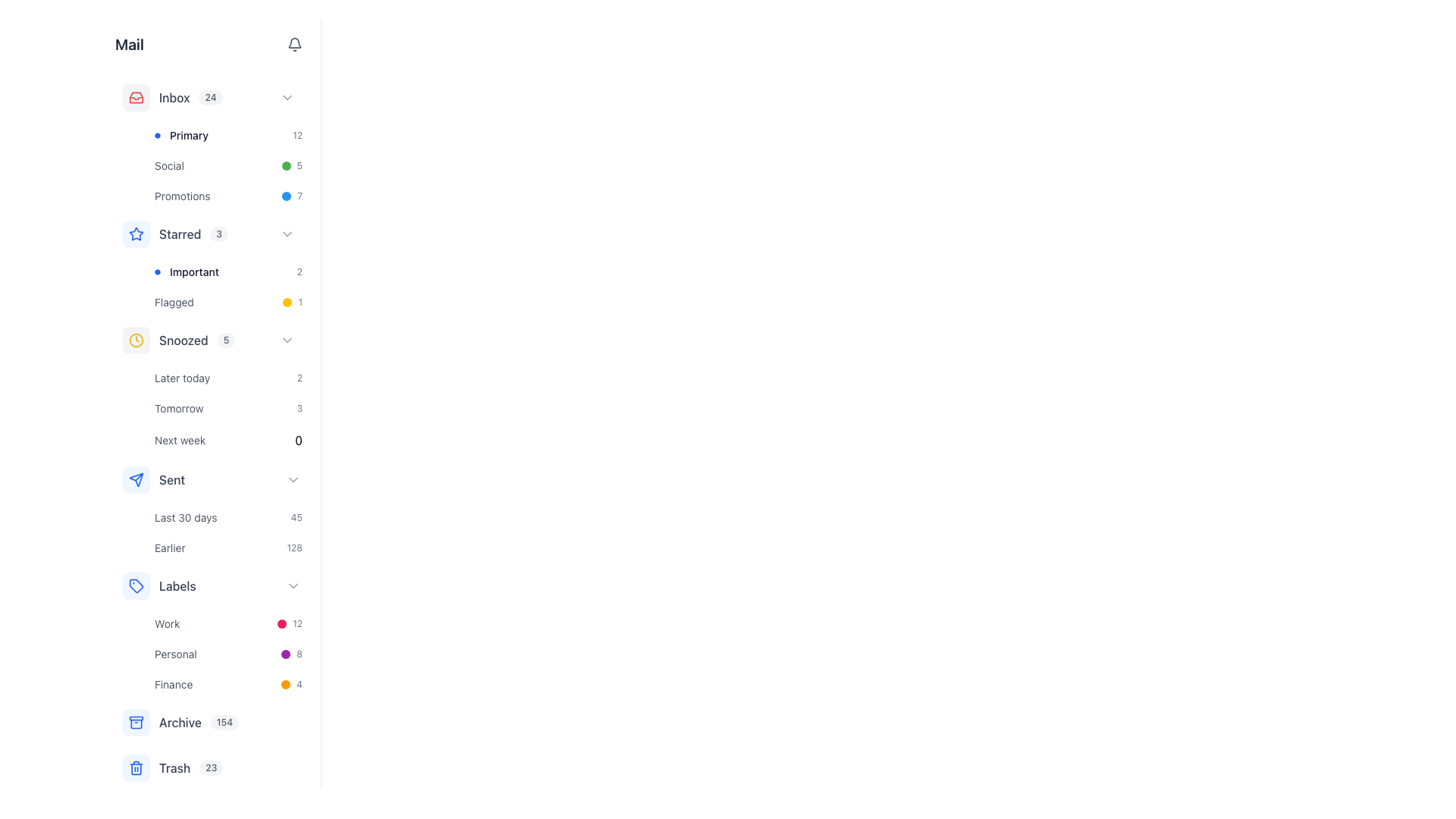 This screenshot has width=1456, height=819. What do you see at coordinates (293, 479) in the screenshot?
I see `the chevron icon for the dropdown toggle in the 'Sent' section` at bounding box center [293, 479].